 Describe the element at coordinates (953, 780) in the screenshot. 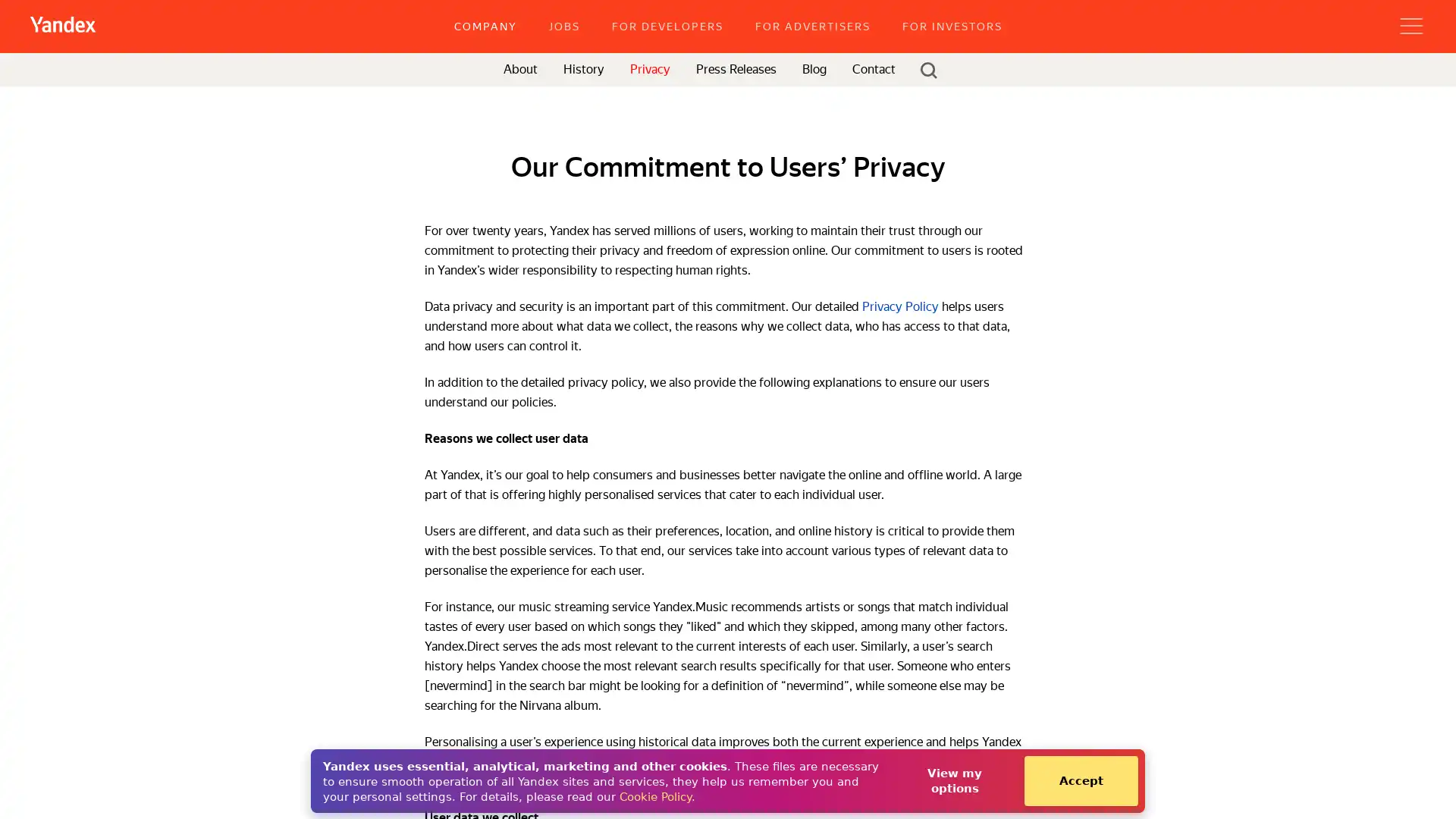

I see `View my options` at that location.